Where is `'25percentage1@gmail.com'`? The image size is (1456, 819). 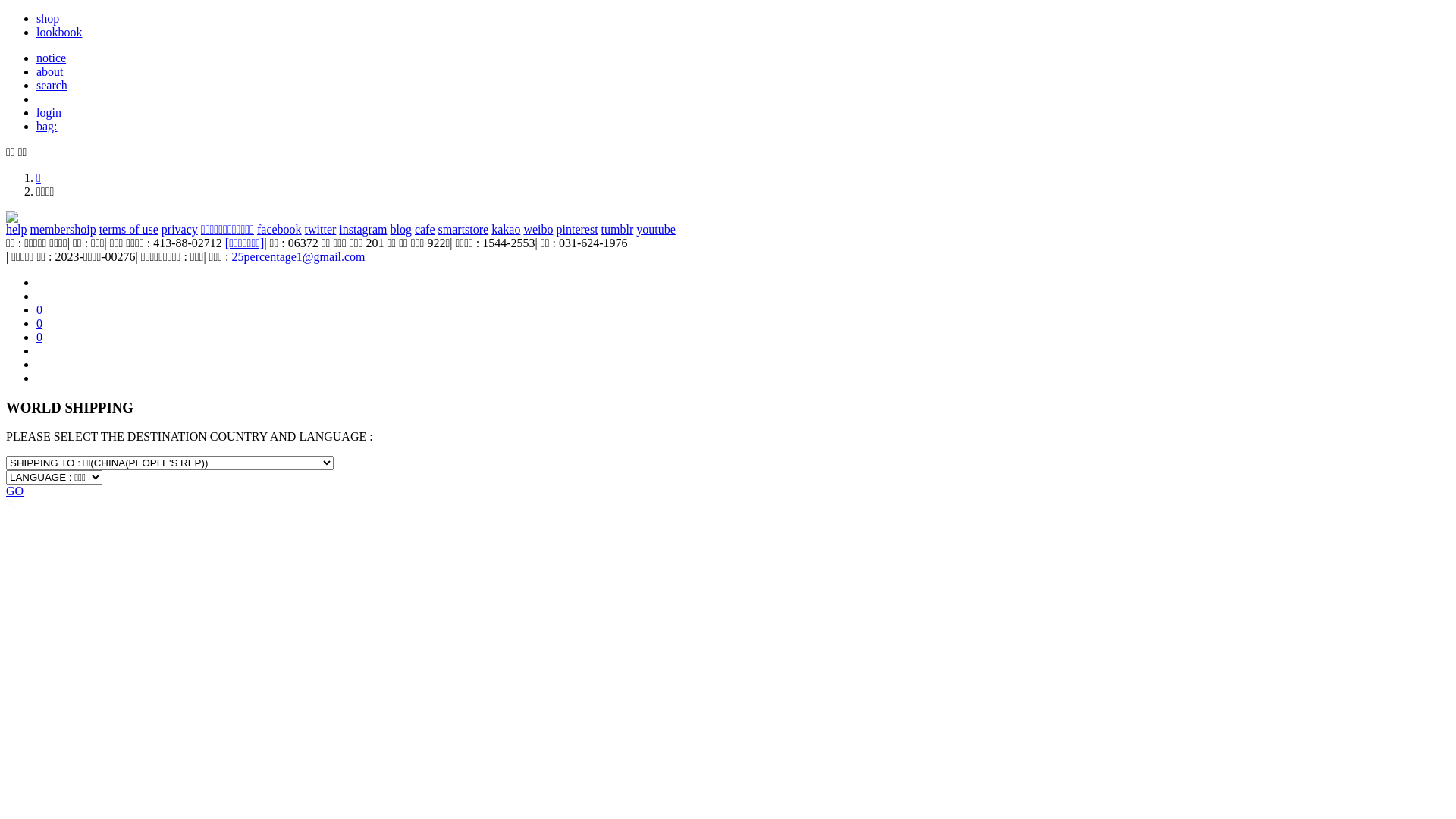 '25percentage1@gmail.com' is located at coordinates (298, 256).